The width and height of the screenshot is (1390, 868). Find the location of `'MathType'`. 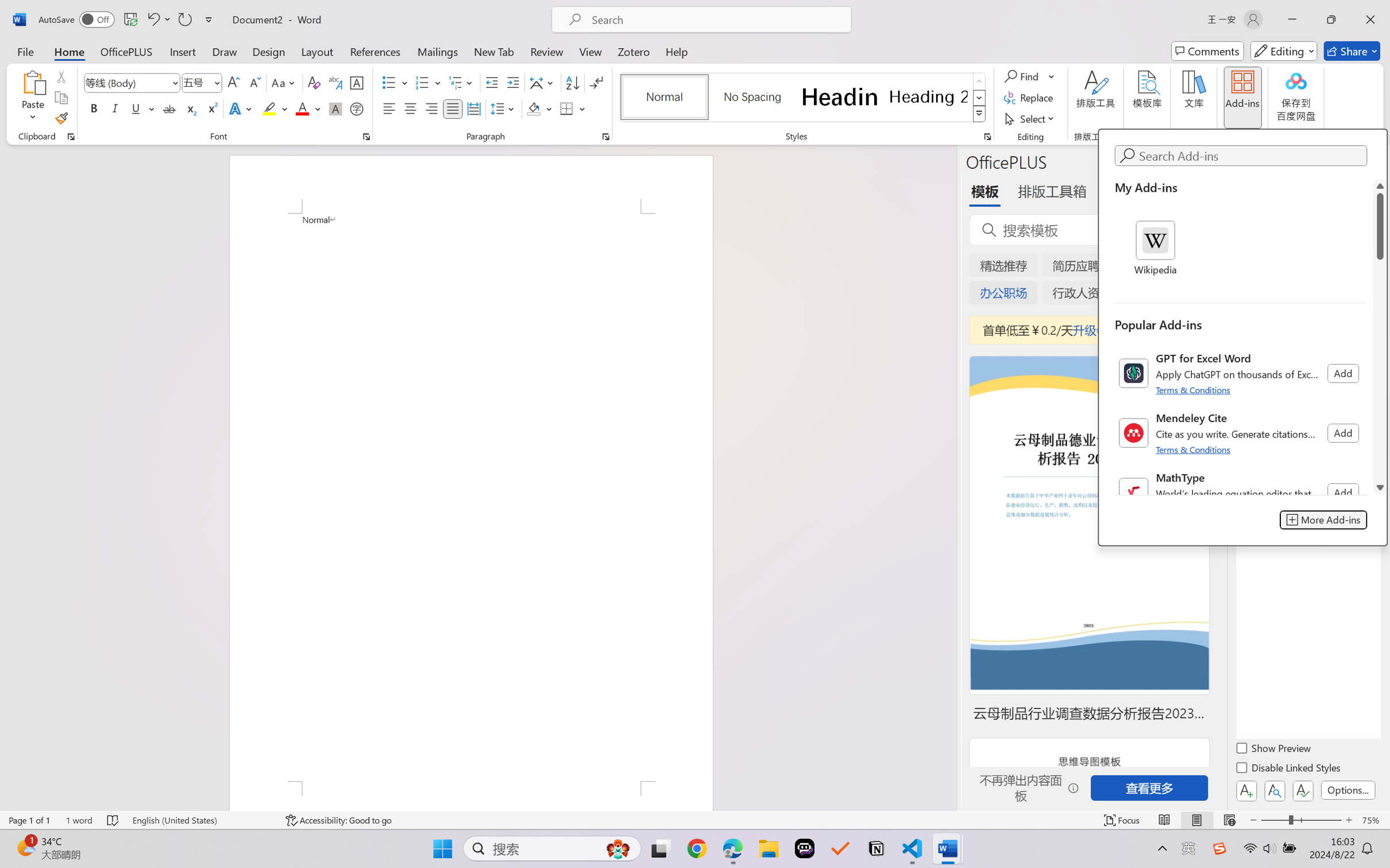

'MathType' is located at coordinates (1240, 492).